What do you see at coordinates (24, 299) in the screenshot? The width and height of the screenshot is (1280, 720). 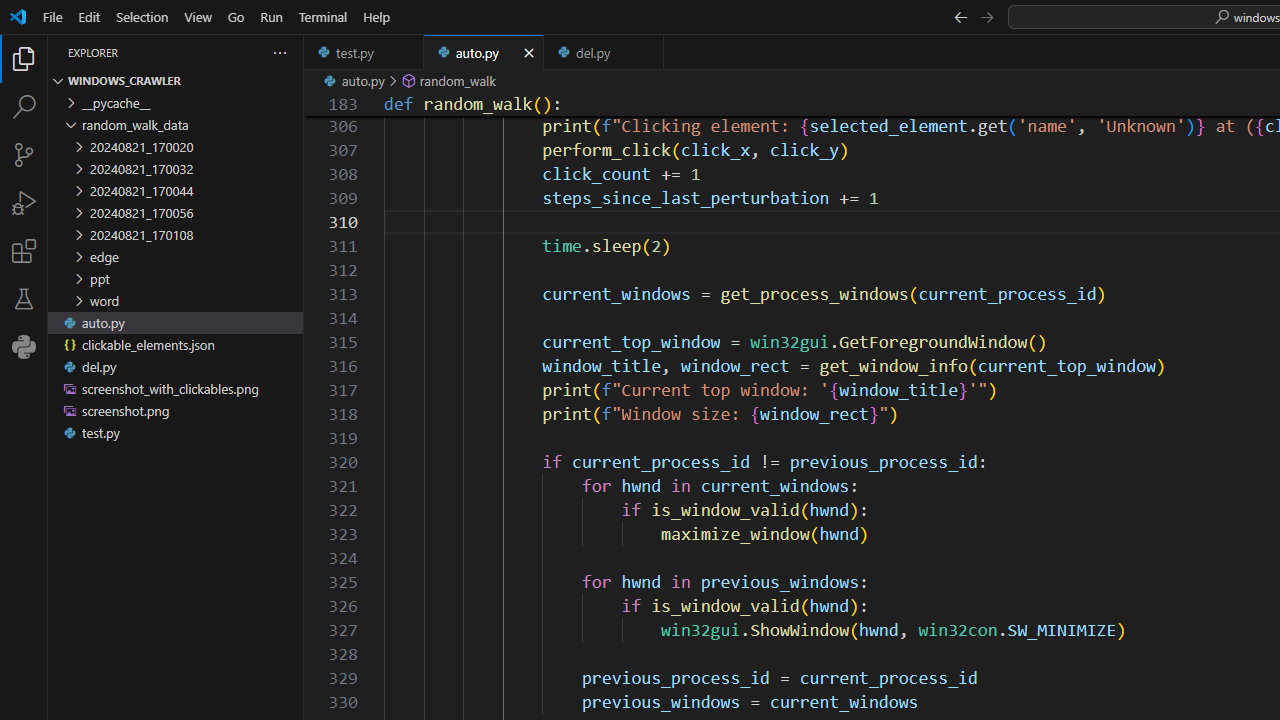 I see `'Testing'` at bounding box center [24, 299].